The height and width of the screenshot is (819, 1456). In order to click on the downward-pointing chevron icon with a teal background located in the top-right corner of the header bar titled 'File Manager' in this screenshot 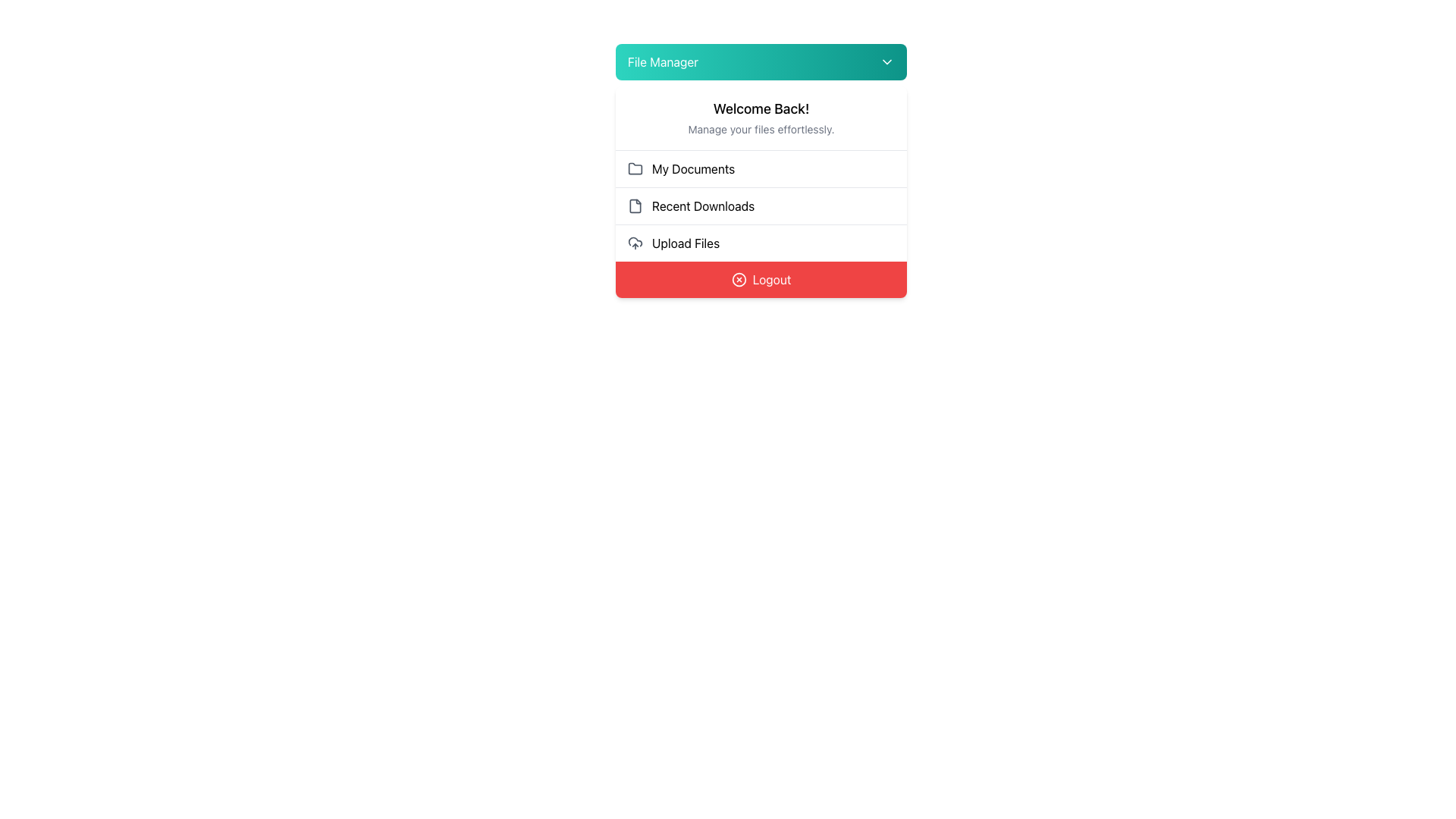, I will do `click(887, 61)`.